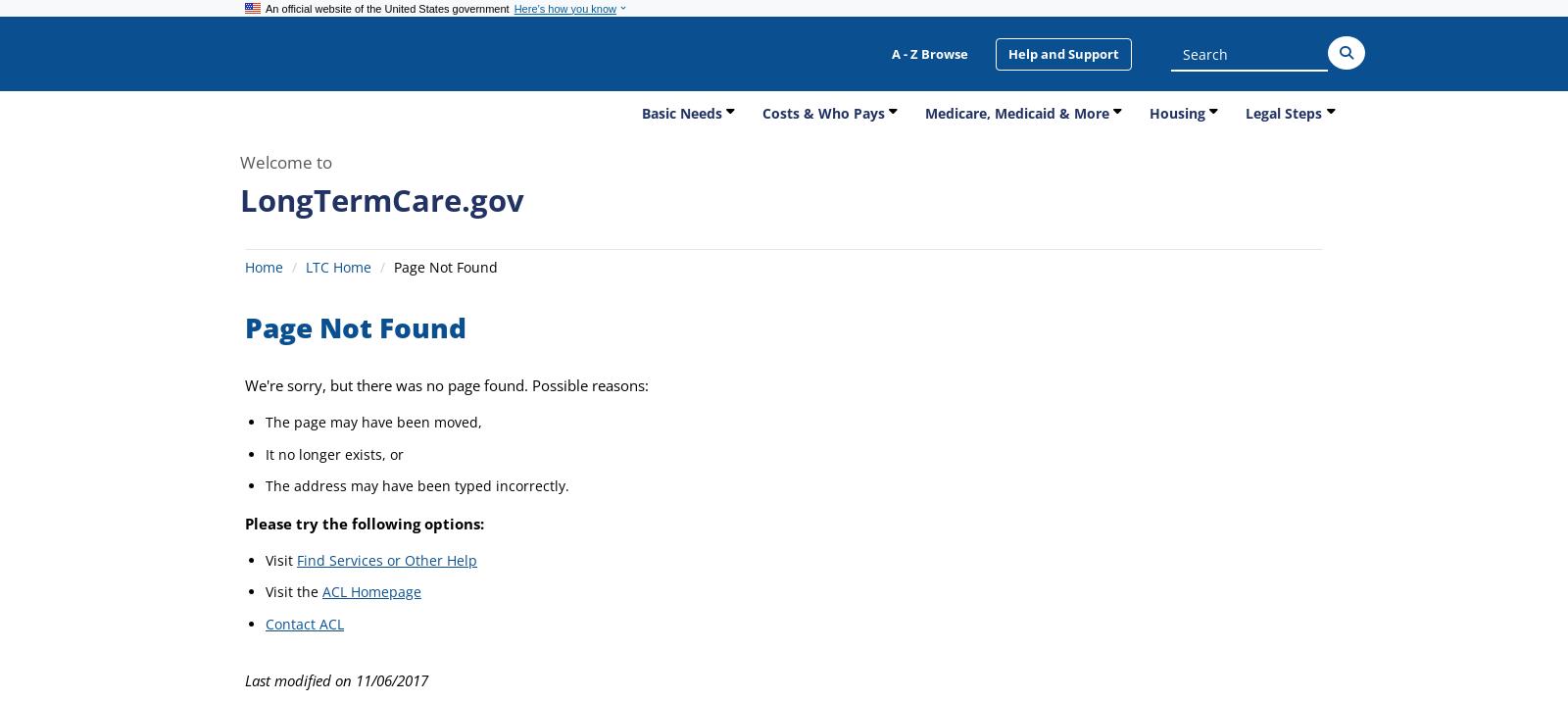  I want to click on 'Last modified on 11/06/2017', so click(336, 679).